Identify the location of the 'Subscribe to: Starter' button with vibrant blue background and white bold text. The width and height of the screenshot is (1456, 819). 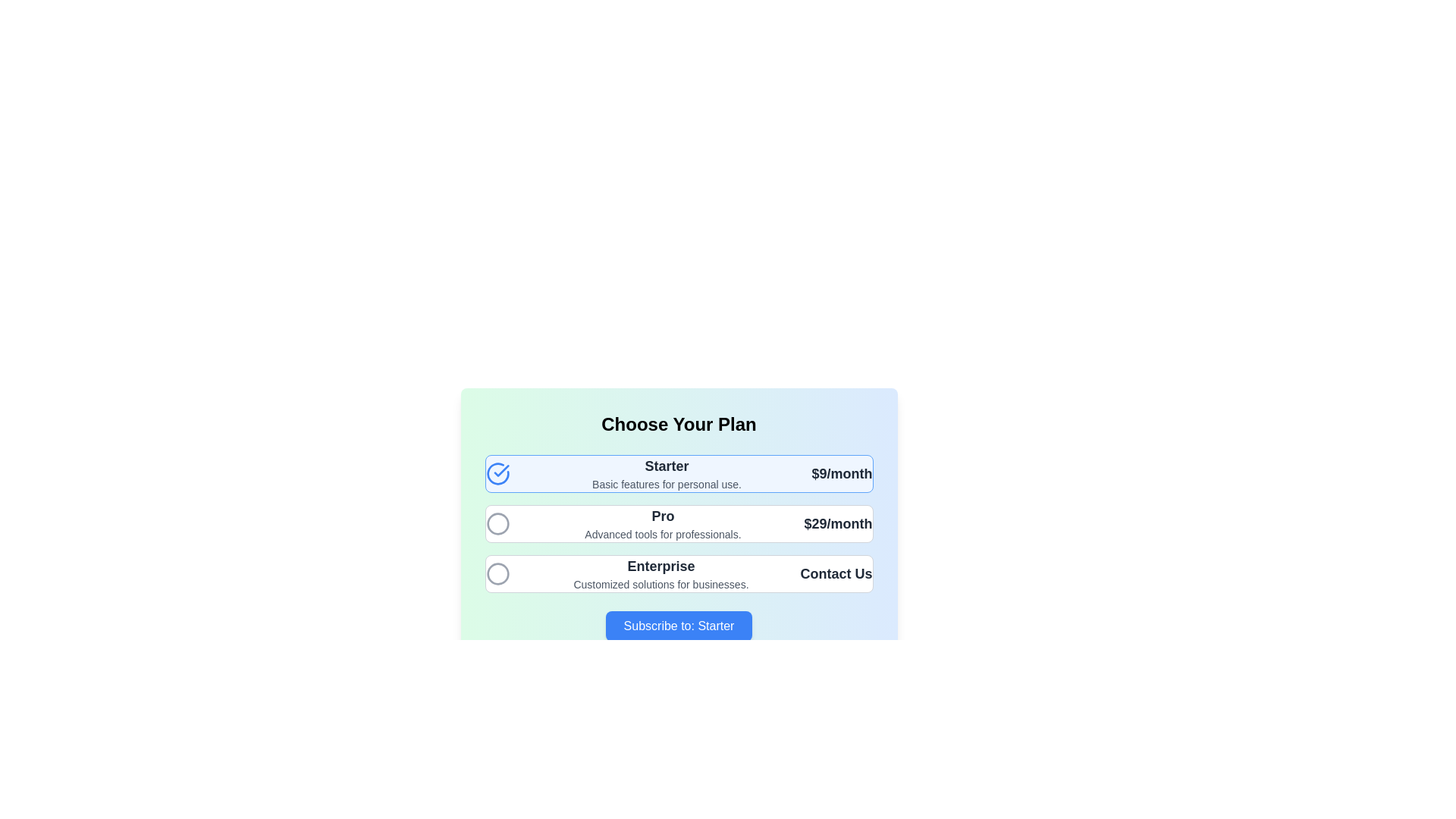
(678, 626).